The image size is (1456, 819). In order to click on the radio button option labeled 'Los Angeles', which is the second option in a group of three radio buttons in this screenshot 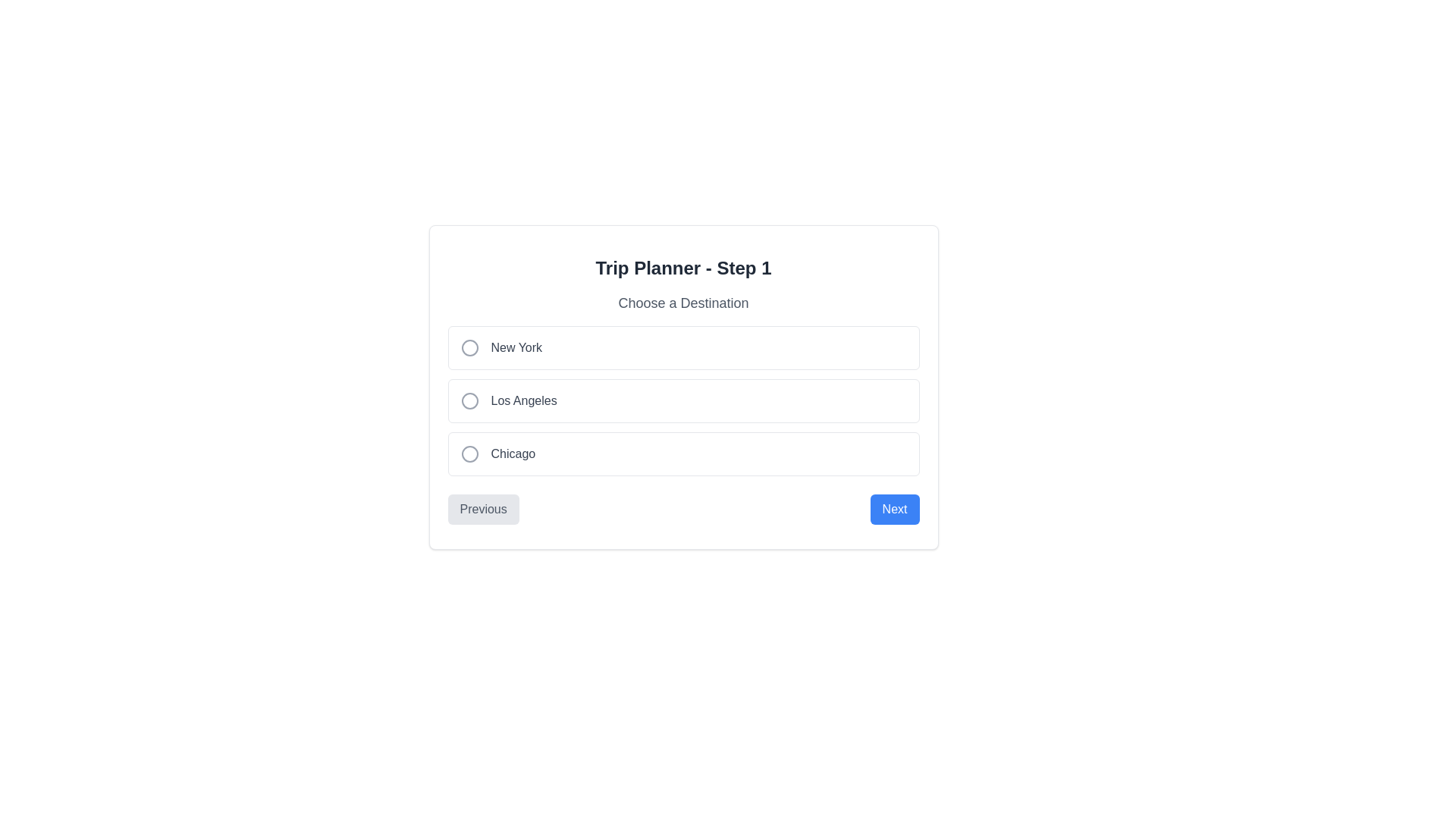, I will do `click(682, 400)`.